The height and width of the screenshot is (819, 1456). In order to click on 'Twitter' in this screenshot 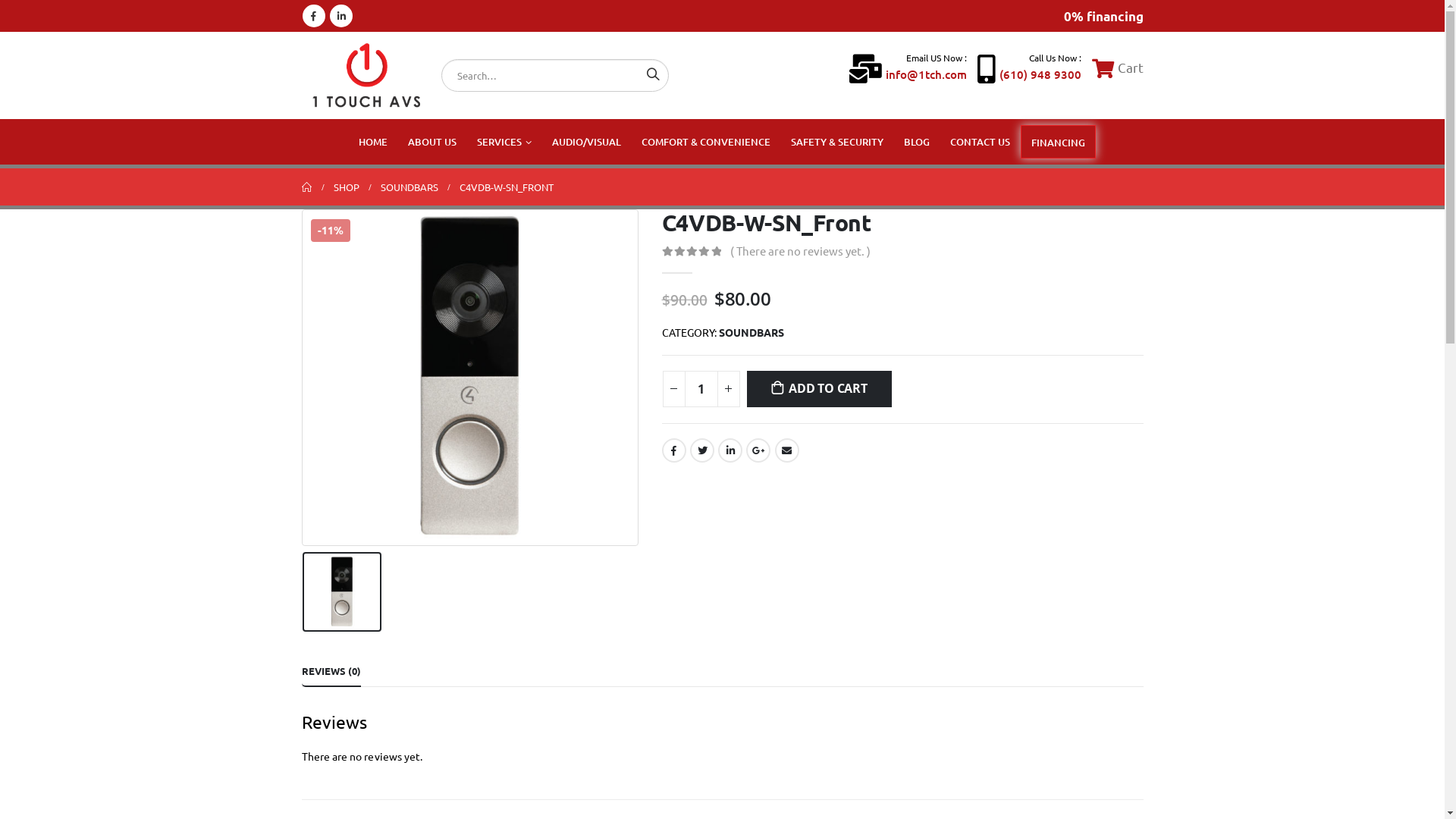, I will do `click(701, 450)`.